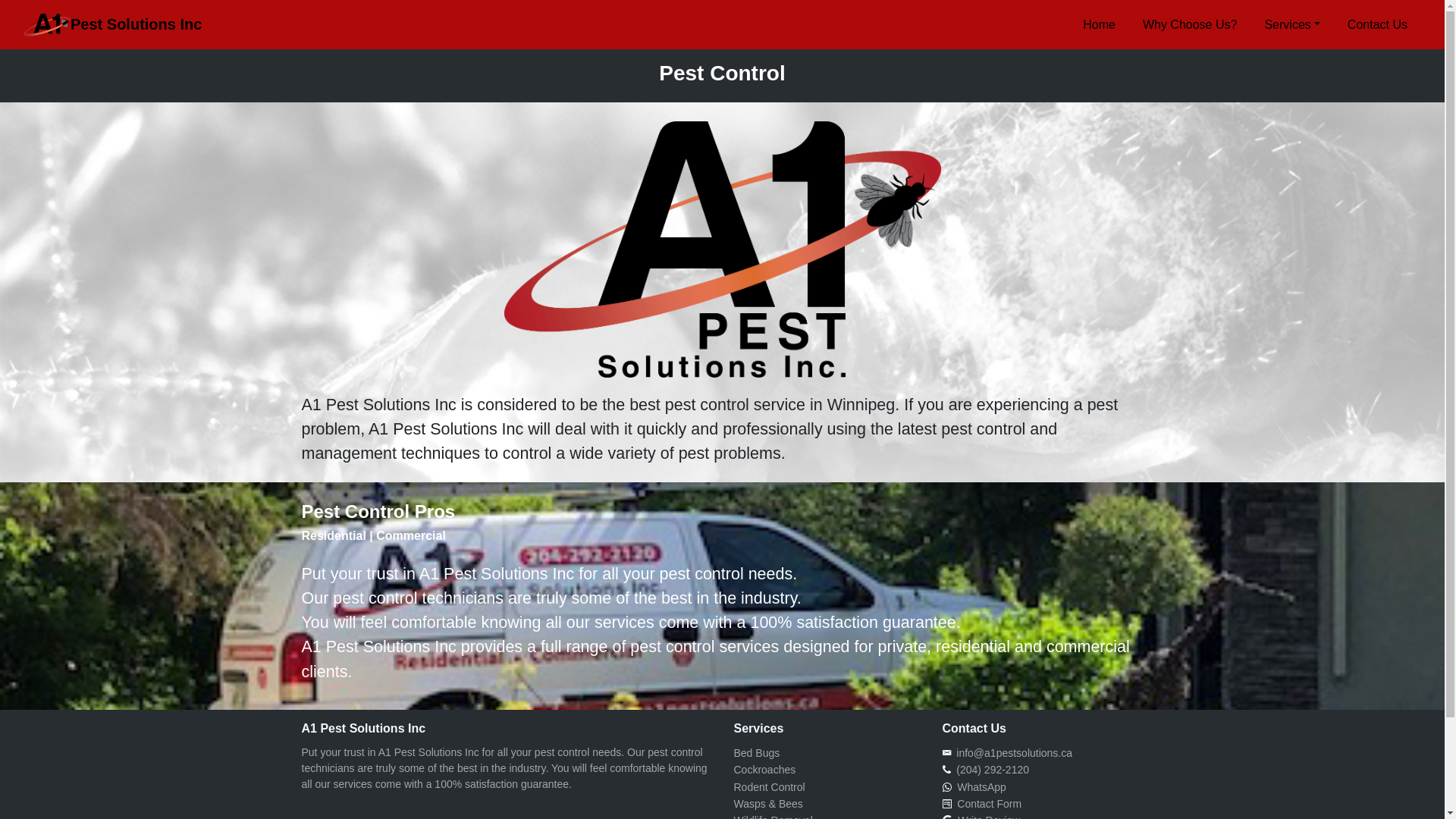 The height and width of the screenshot is (819, 1456). What do you see at coordinates (768, 803) in the screenshot?
I see `'Wasps & Bees'` at bounding box center [768, 803].